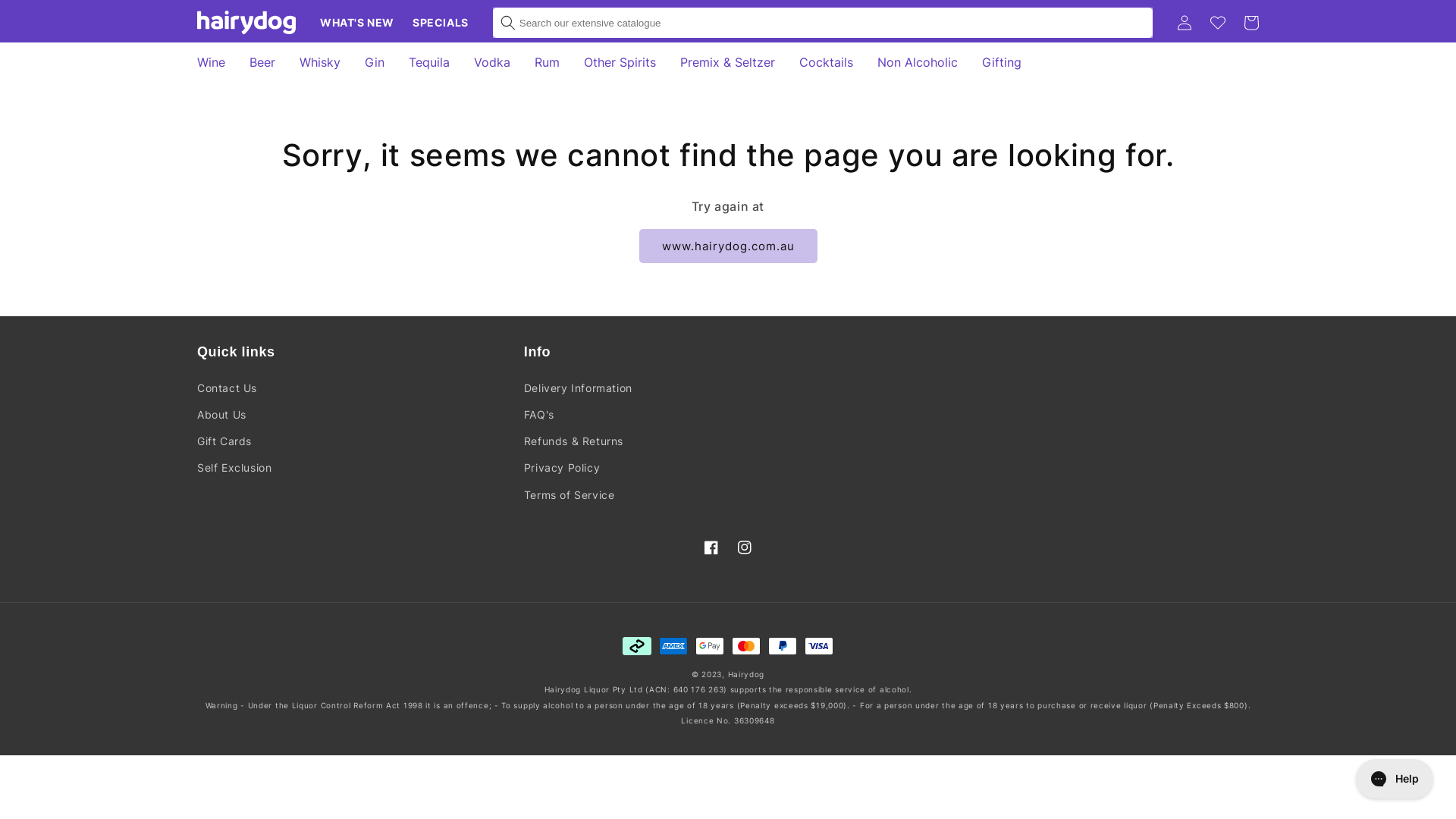  What do you see at coordinates (1251, 23) in the screenshot?
I see `'Cart'` at bounding box center [1251, 23].